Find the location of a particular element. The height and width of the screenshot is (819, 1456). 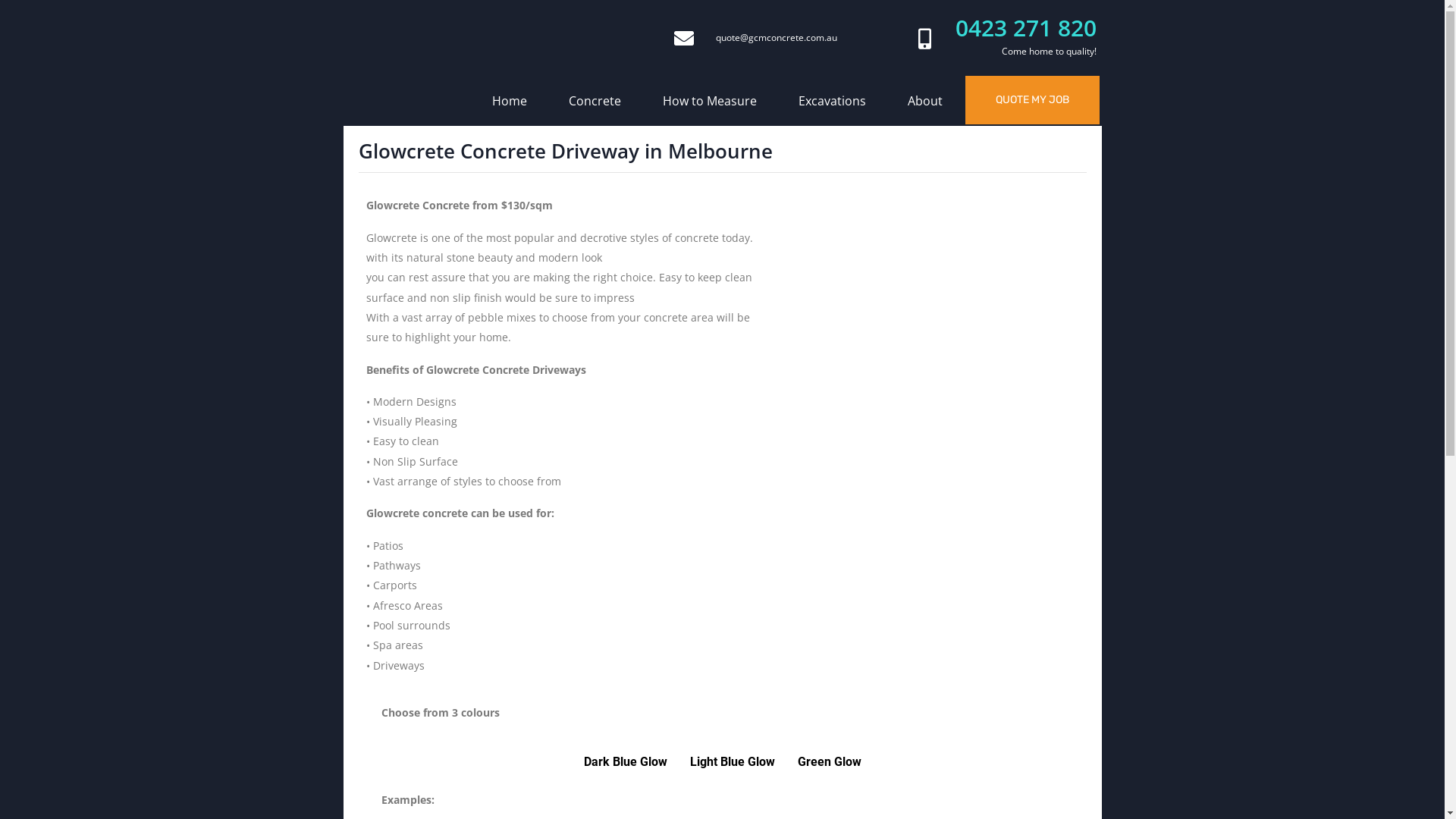

'Excavations' is located at coordinates (831, 100).